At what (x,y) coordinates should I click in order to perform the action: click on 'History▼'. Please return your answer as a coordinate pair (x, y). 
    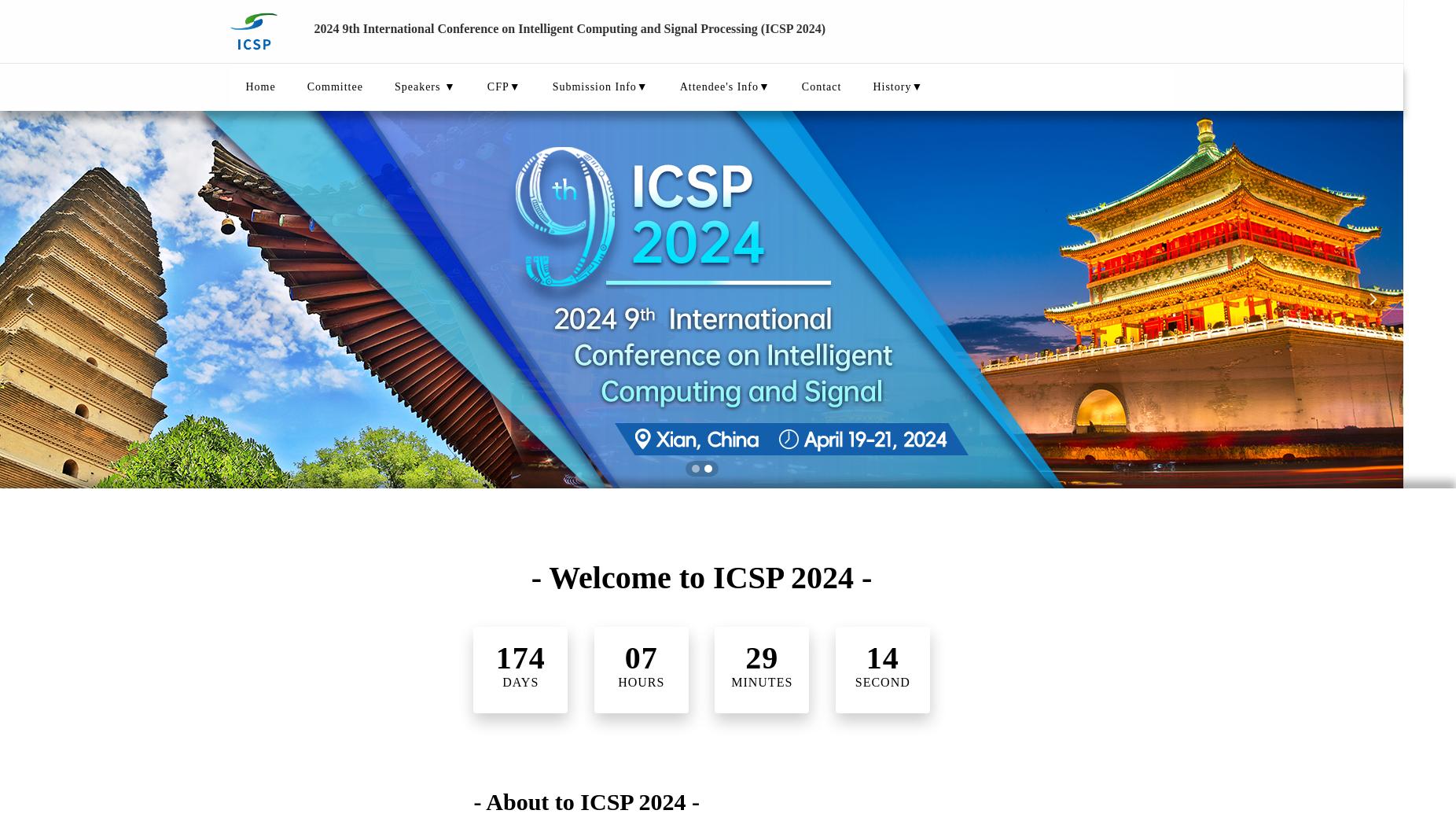
    Looking at the image, I should click on (896, 87).